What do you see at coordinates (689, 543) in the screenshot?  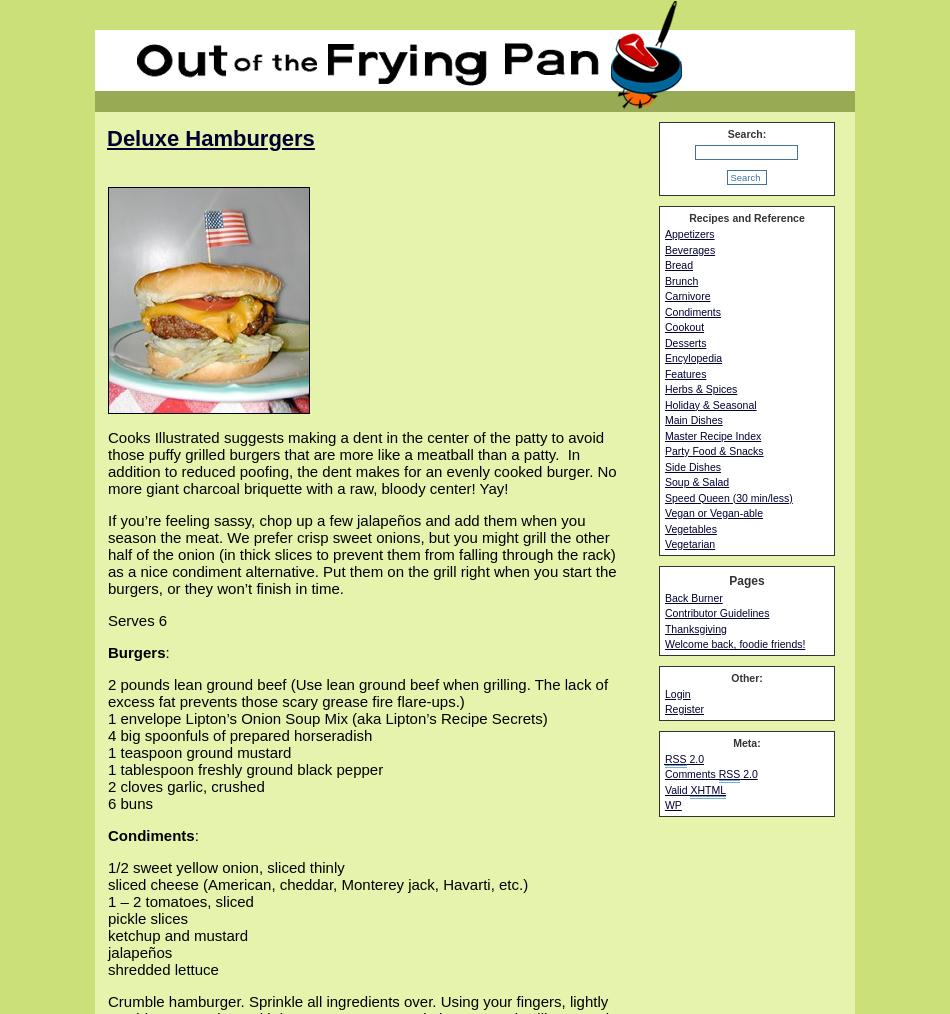 I see `'Vegetarian'` at bounding box center [689, 543].